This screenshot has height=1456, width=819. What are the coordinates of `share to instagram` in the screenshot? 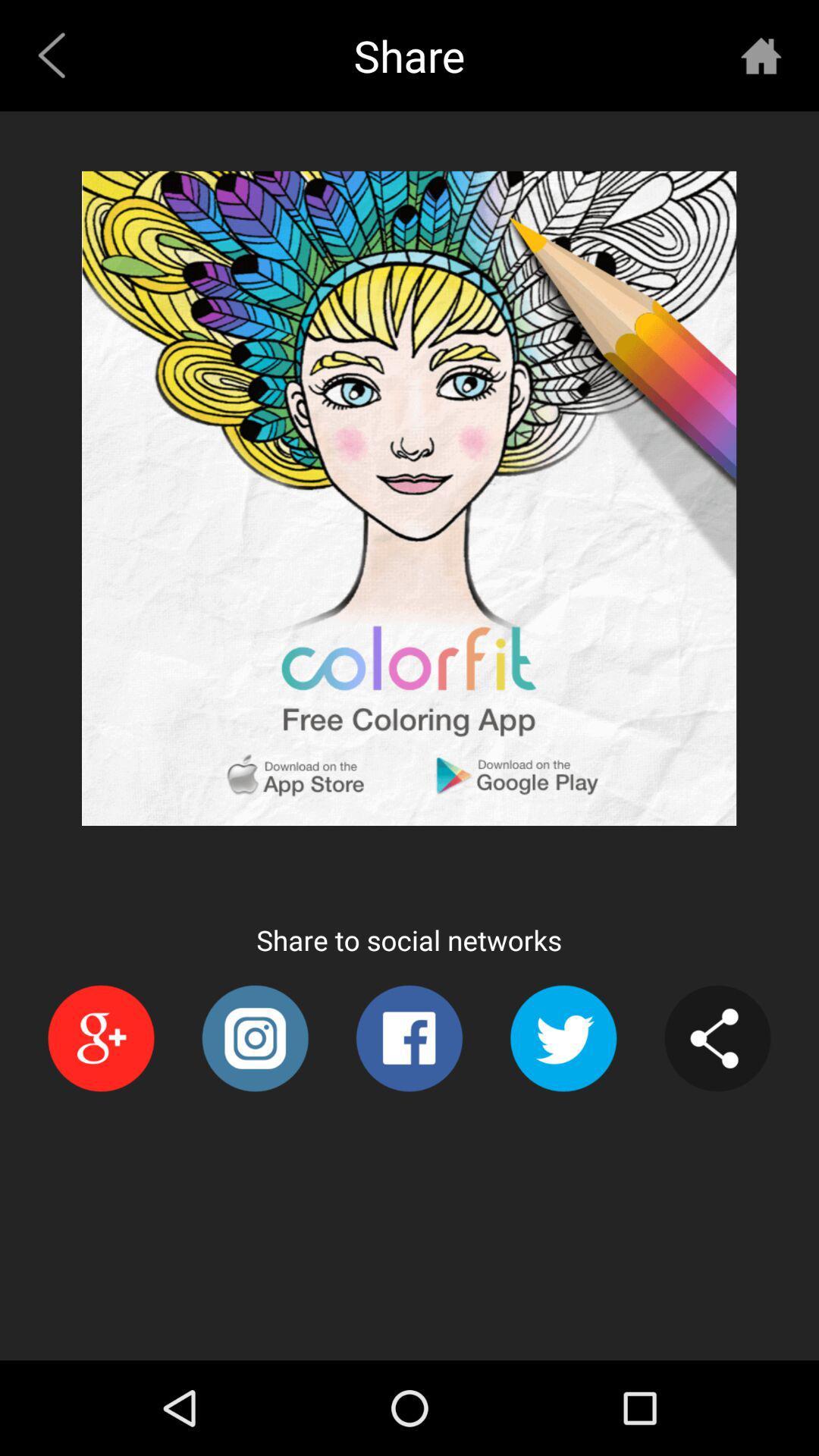 It's located at (254, 1037).